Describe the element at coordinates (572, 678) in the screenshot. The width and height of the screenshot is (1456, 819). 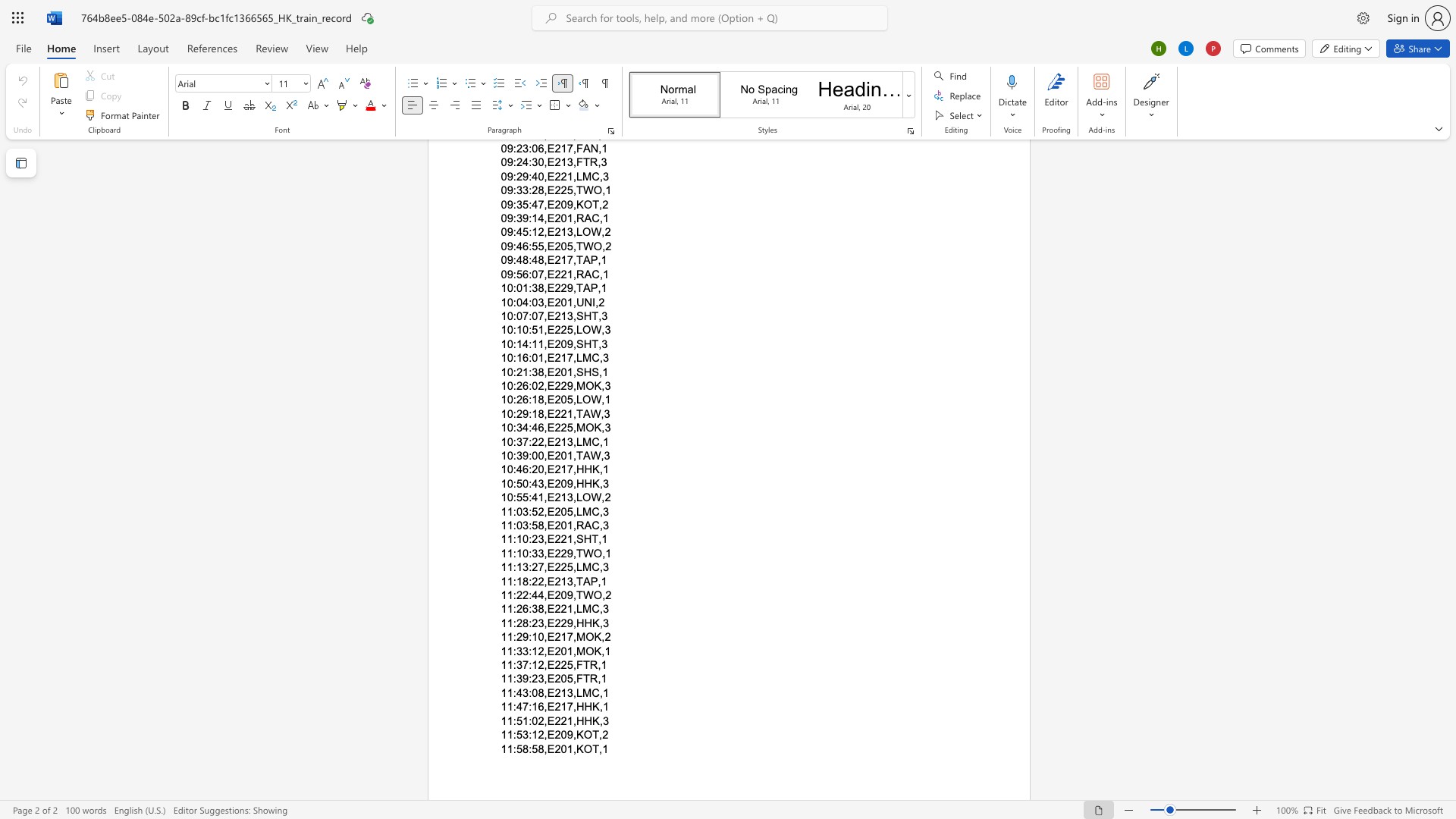
I see `the subset text ",FTR,1" within the text "11:39:23,E205,FTR,1"` at that location.